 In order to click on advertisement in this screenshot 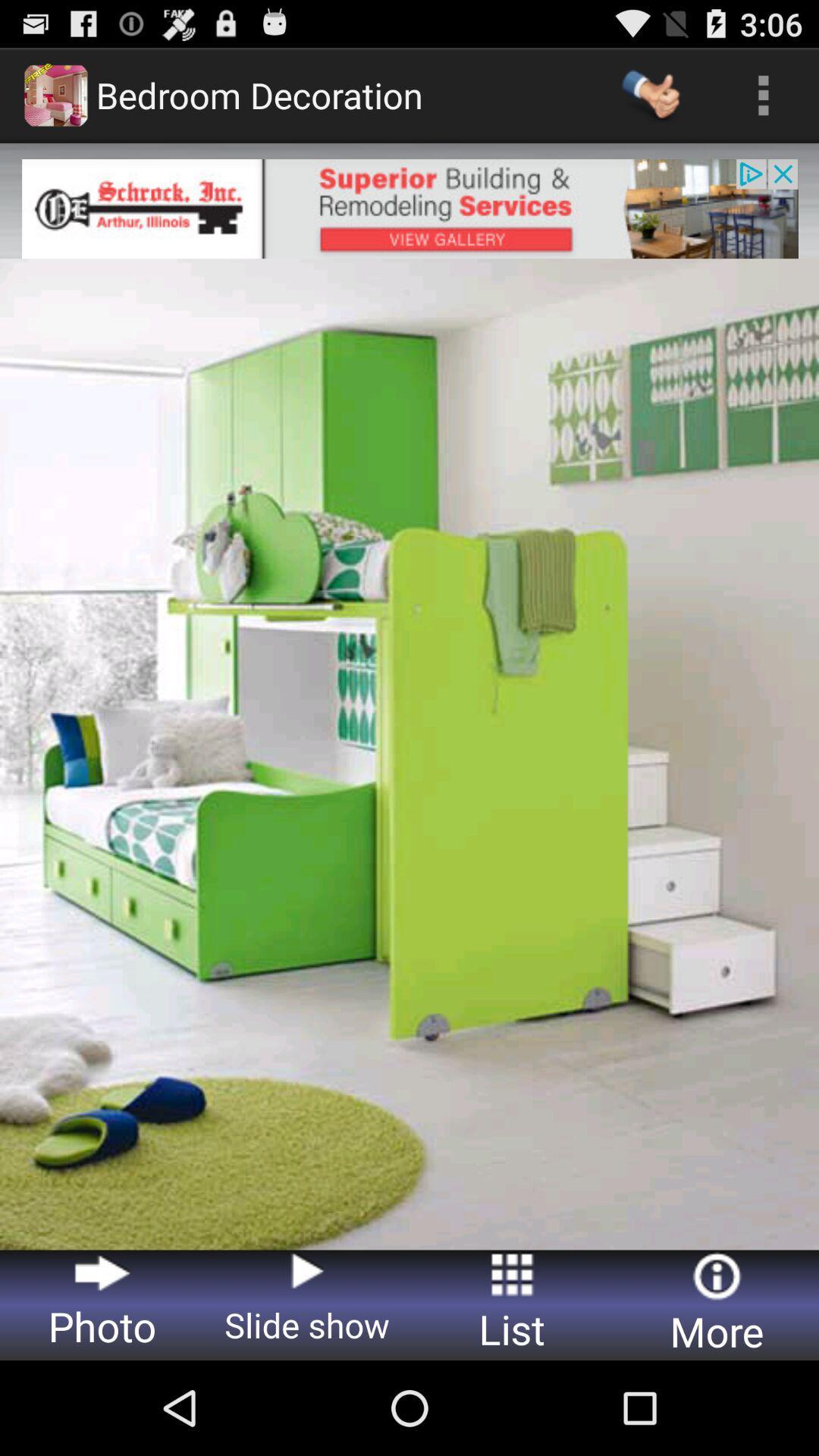, I will do `click(409, 208)`.